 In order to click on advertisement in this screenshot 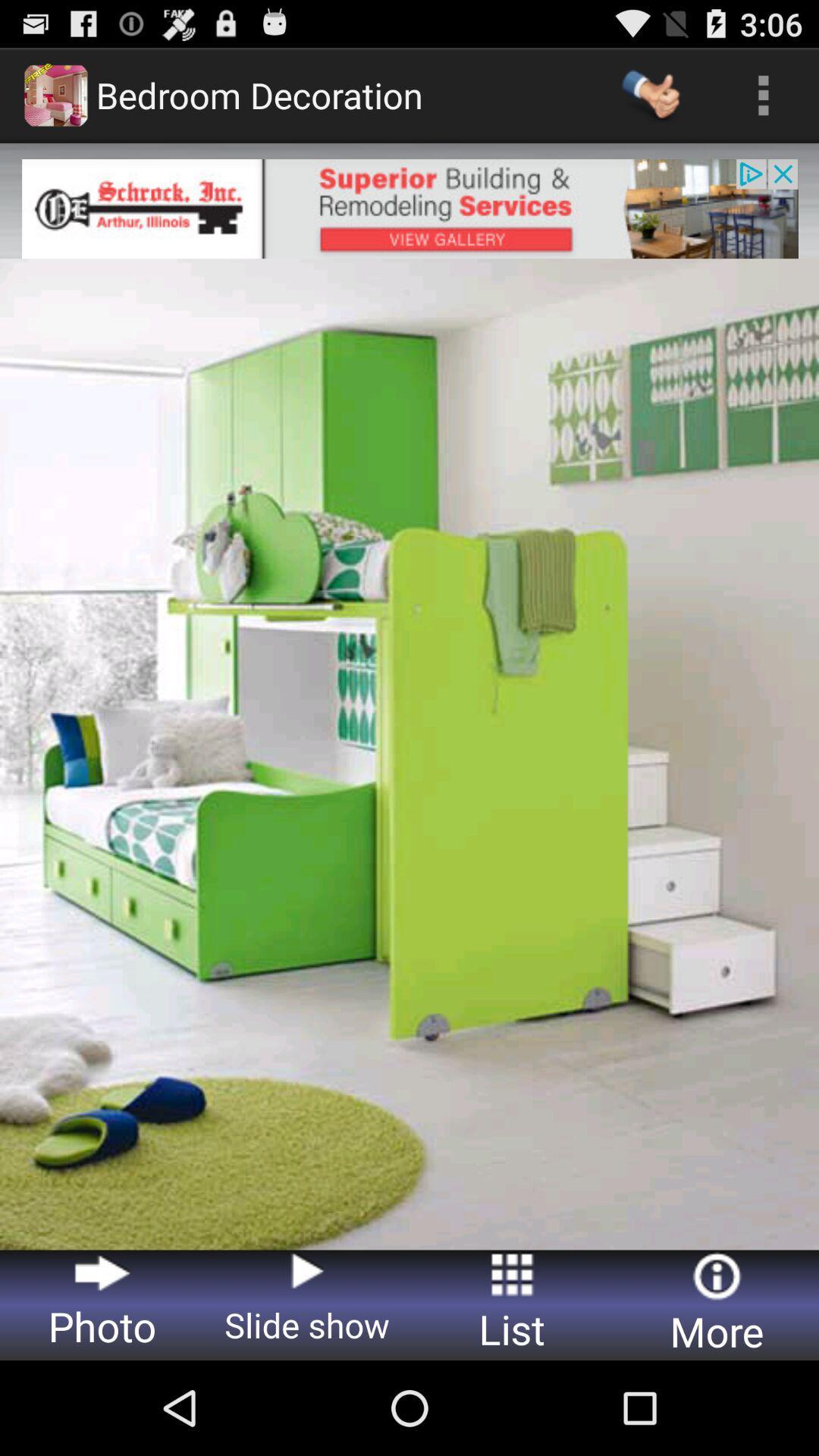, I will do `click(409, 208)`.